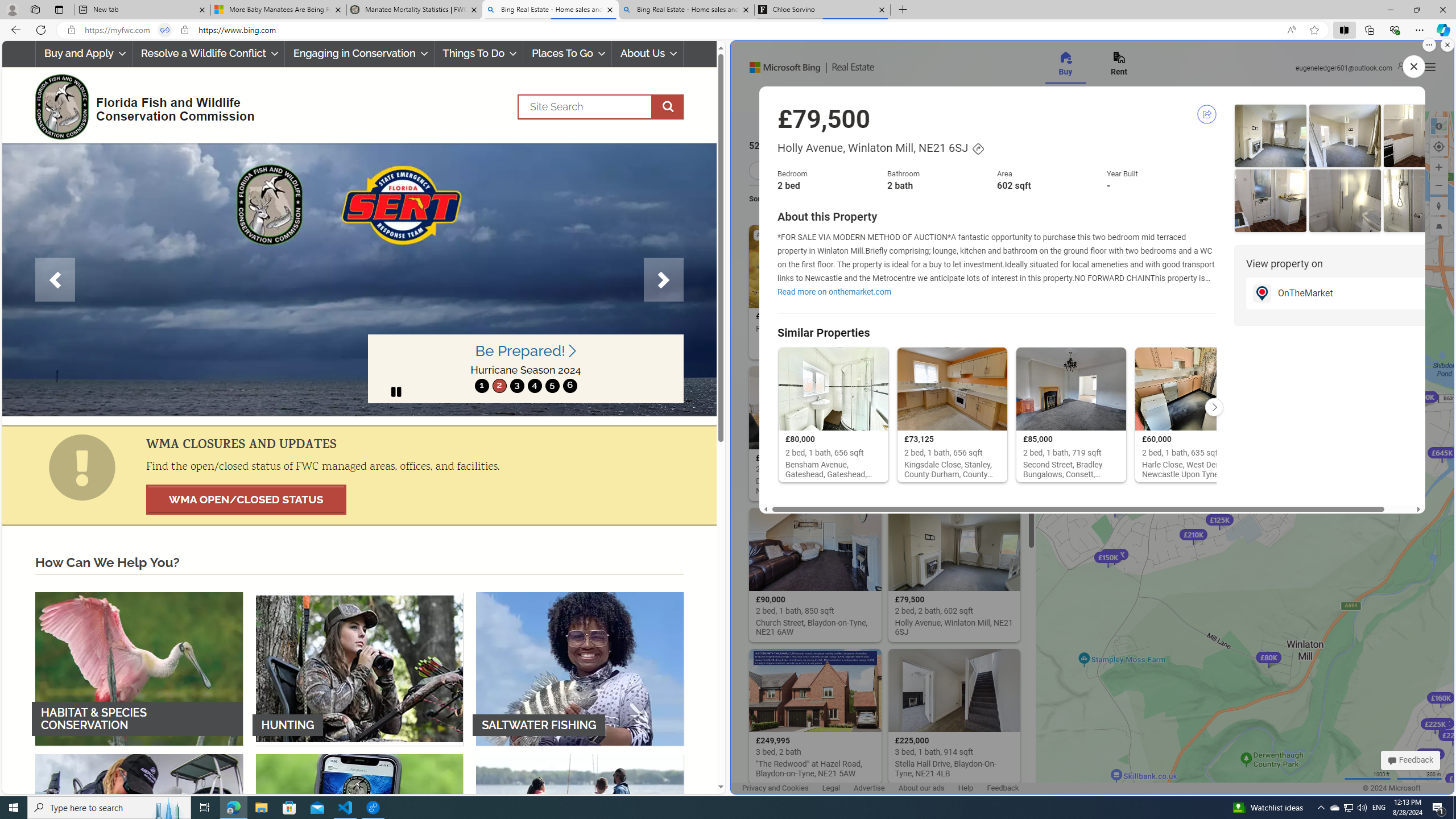 The width and height of the screenshot is (1456, 819). I want to click on 'Chloe Sorvino', so click(822, 9).